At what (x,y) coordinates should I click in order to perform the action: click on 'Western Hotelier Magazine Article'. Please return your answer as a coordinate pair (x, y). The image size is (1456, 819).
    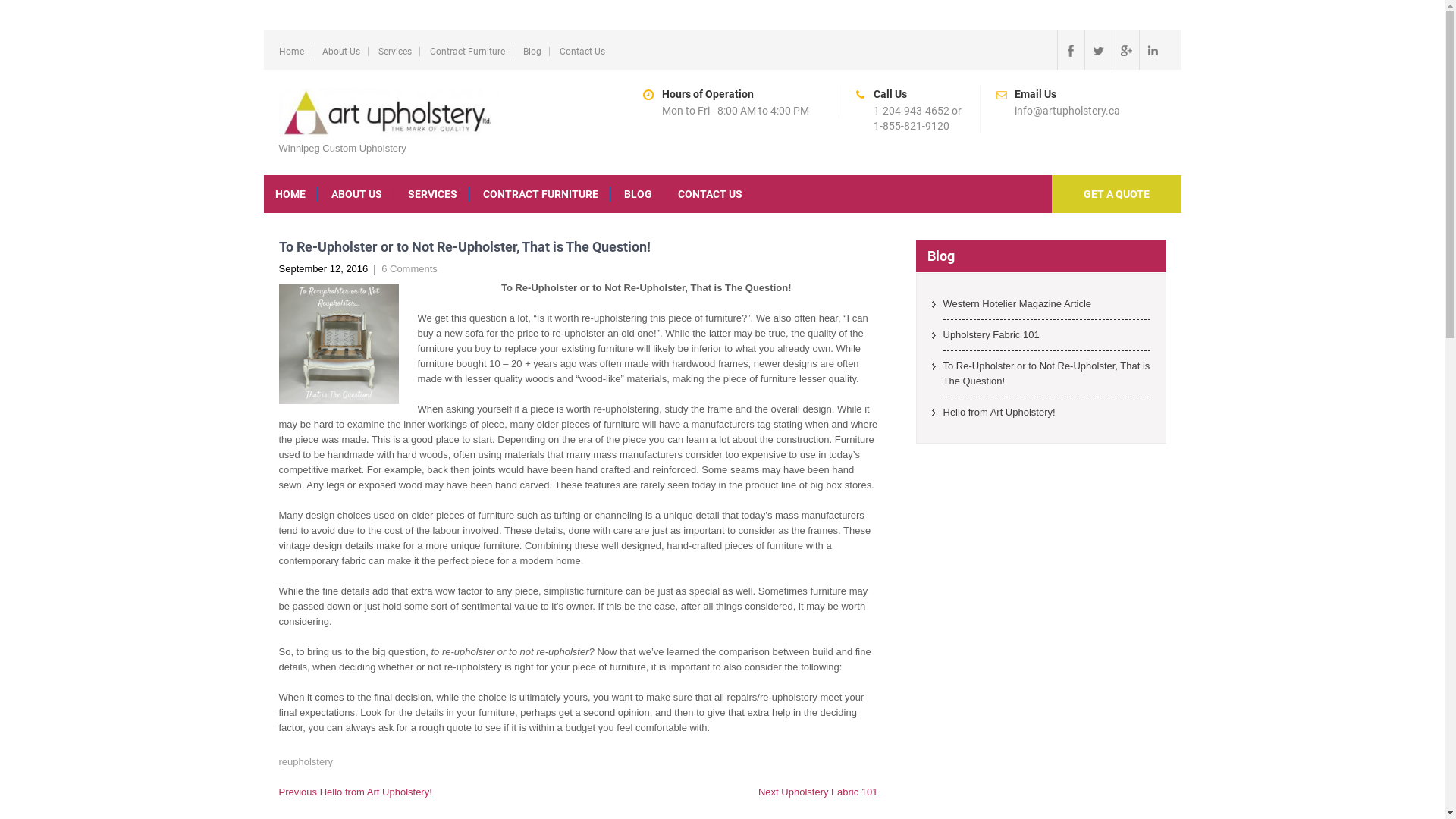
    Looking at the image, I should click on (1046, 307).